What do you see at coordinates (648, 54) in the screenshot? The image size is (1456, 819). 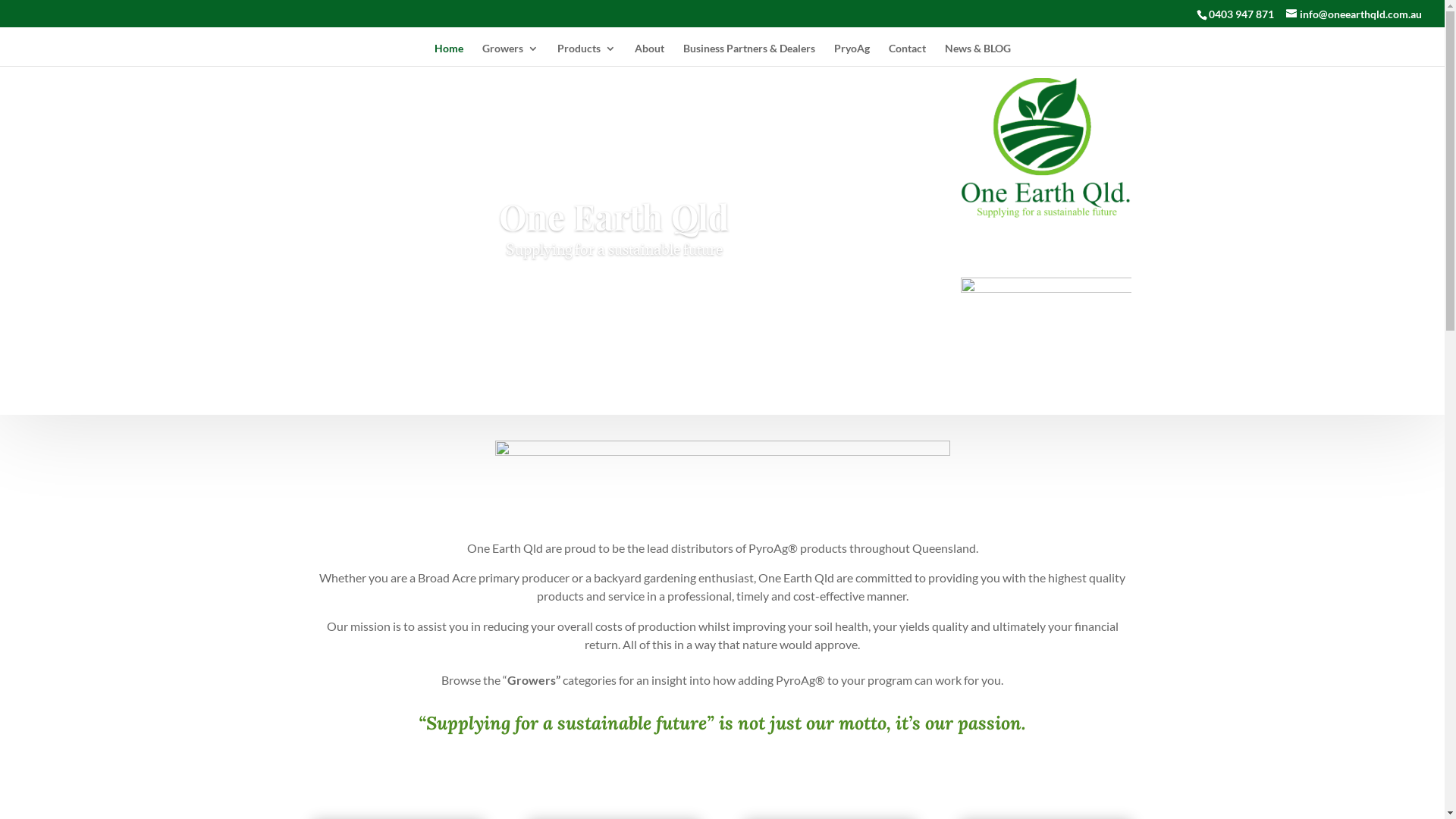 I see `'About'` at bounding box center [648, 54].